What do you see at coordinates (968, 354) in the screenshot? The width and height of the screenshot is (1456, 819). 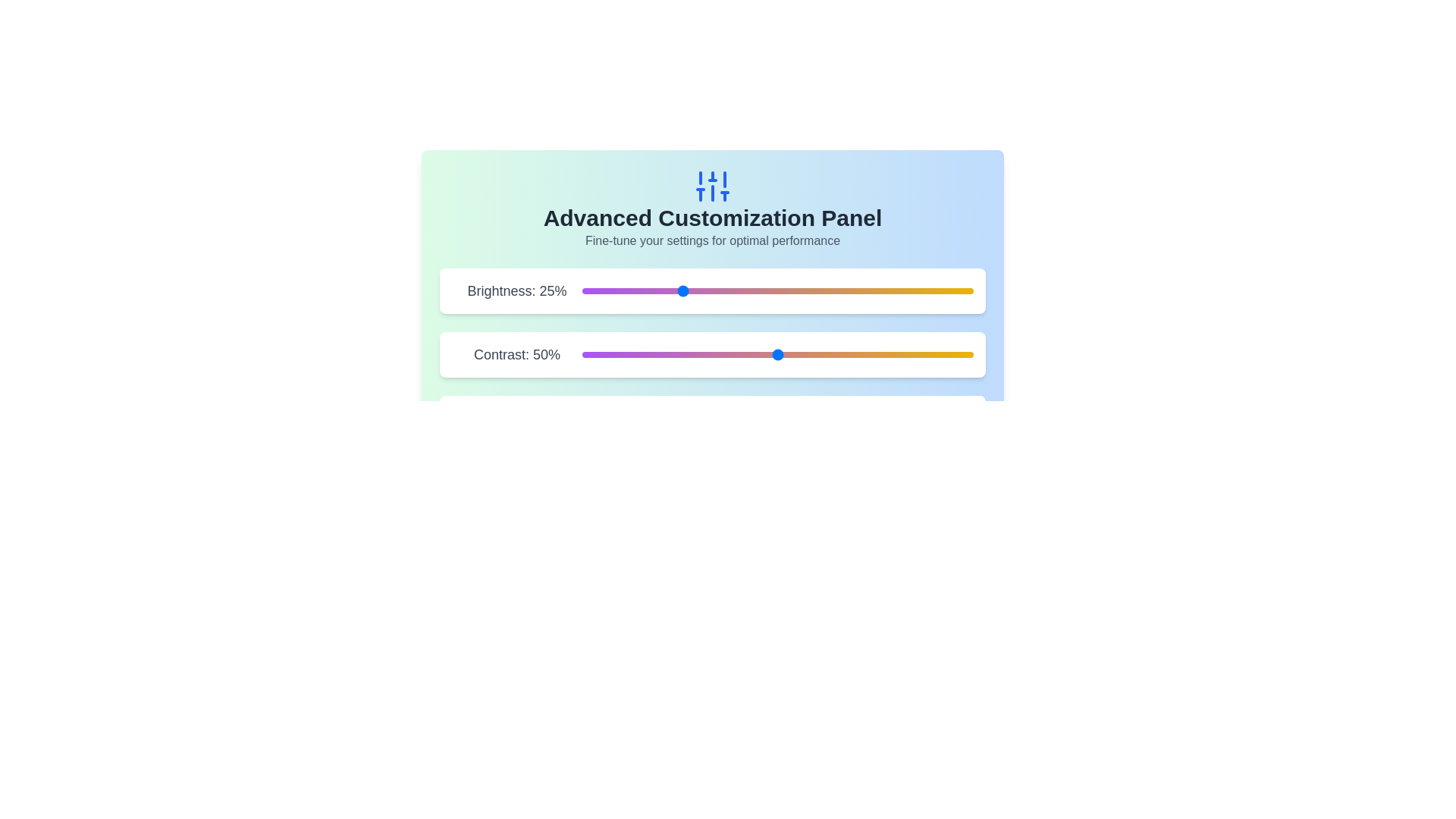 I see `the contrast slider to 99%` at bounding box center [968, 354].